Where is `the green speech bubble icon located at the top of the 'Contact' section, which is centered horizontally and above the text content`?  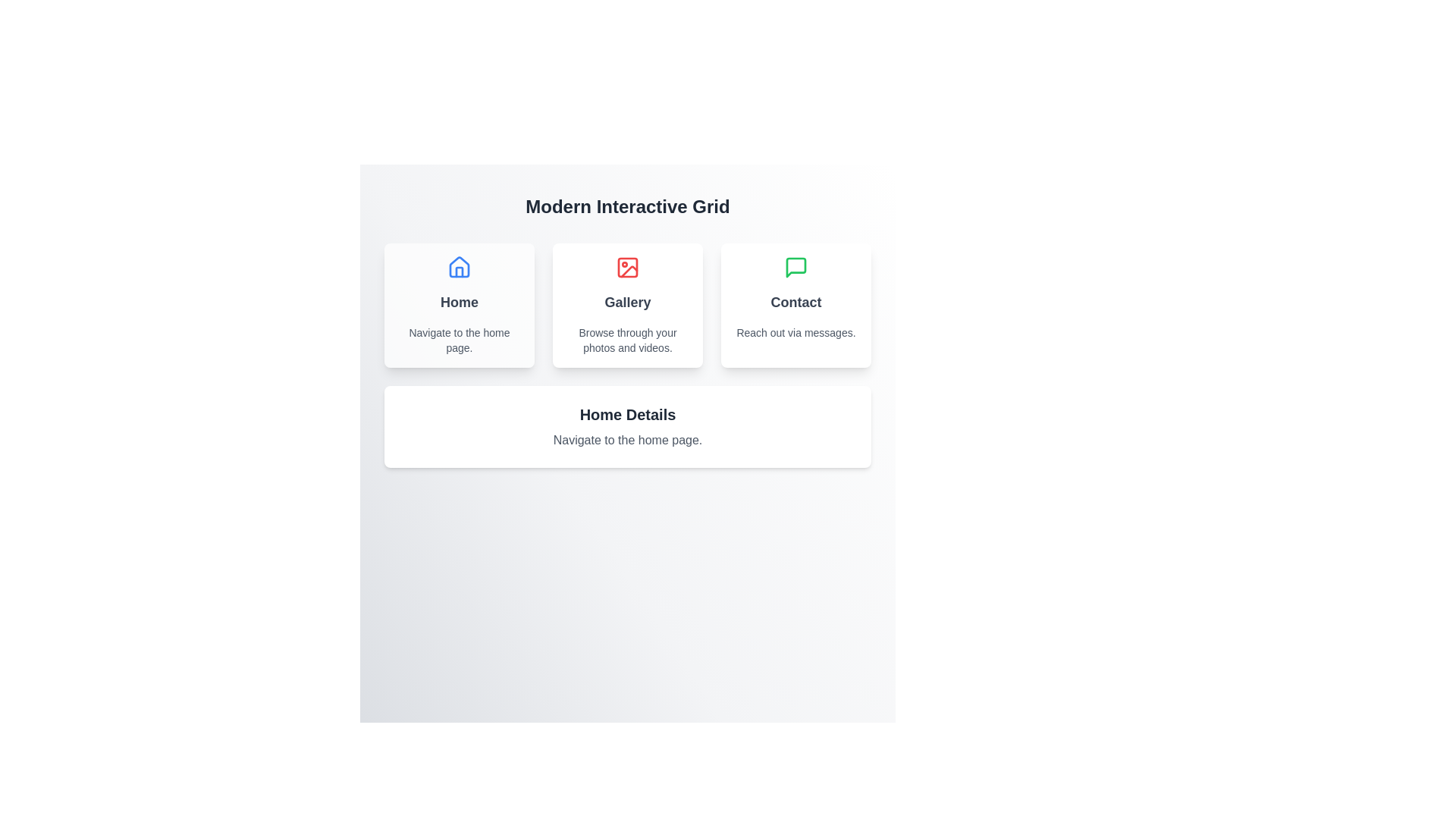
the green speech bubble icon located at the top of the 'Contact' section, which is centered horizontally and above the text content is located at coordinates (795, 267).